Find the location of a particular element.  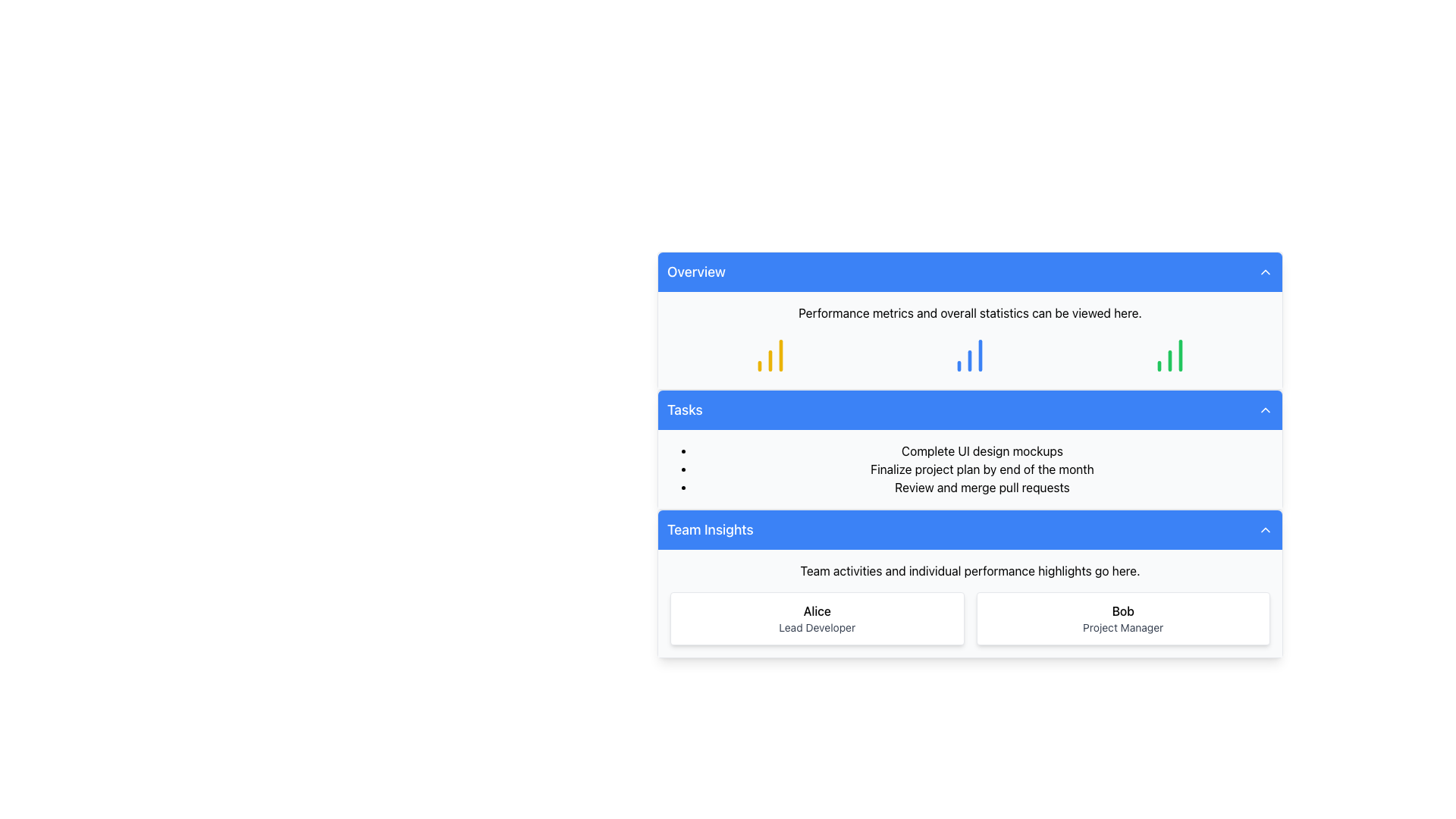

the text label that contains the message 'Team activities and individual performance highlights go here.' located in the 'Team Insights' section, above the cards for 'Alice - Lead Developer' and 'Bob - Project Manager.' is located at coordinates (969, 570).